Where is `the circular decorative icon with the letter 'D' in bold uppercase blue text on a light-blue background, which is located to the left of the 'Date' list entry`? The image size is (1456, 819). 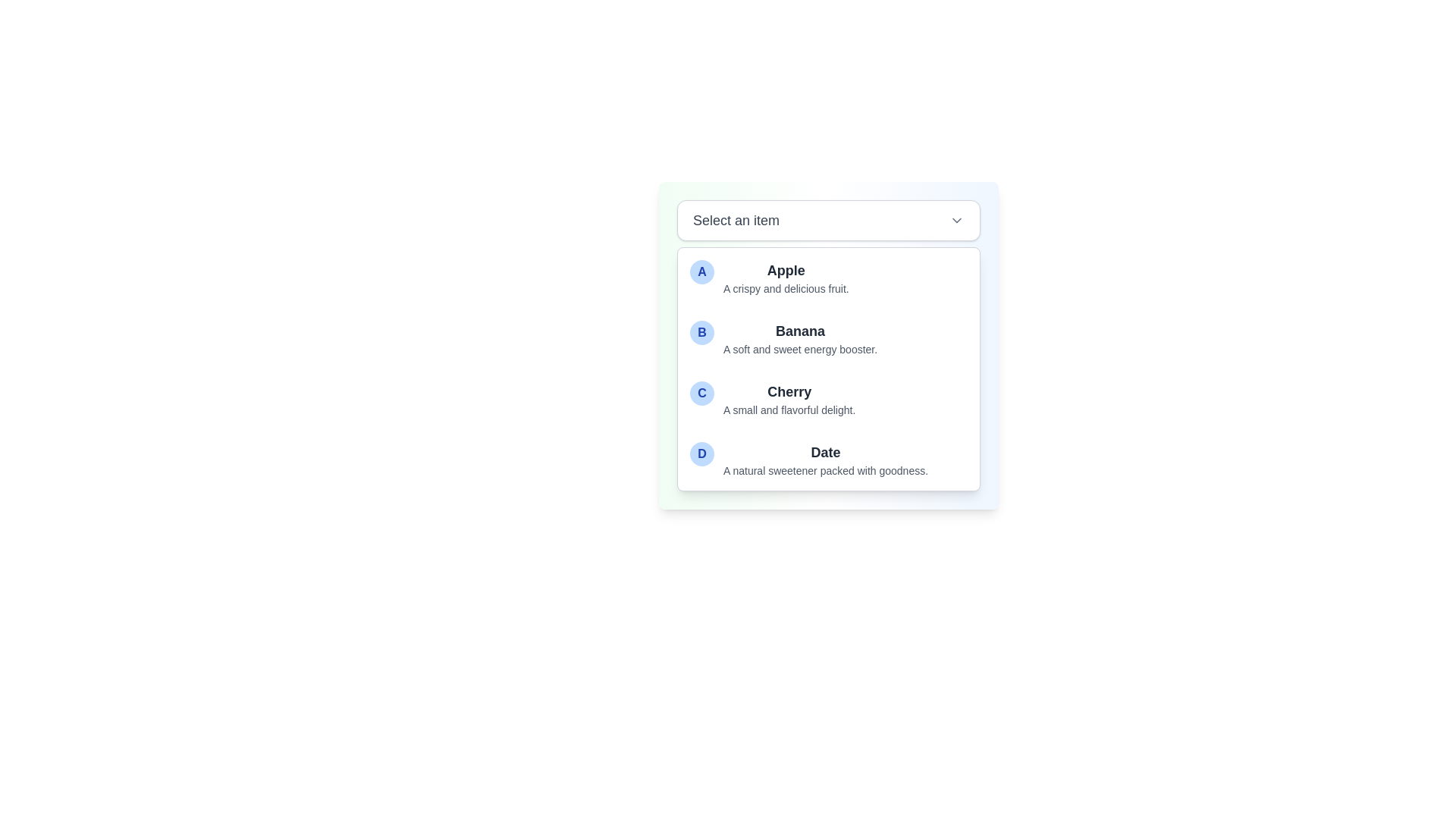 the circular decorative icon with the letter 'D' in bold uppercase blue text on a light-blue background, which is located to the left of the 'Date' list entry is located at coordinates (701, 453).